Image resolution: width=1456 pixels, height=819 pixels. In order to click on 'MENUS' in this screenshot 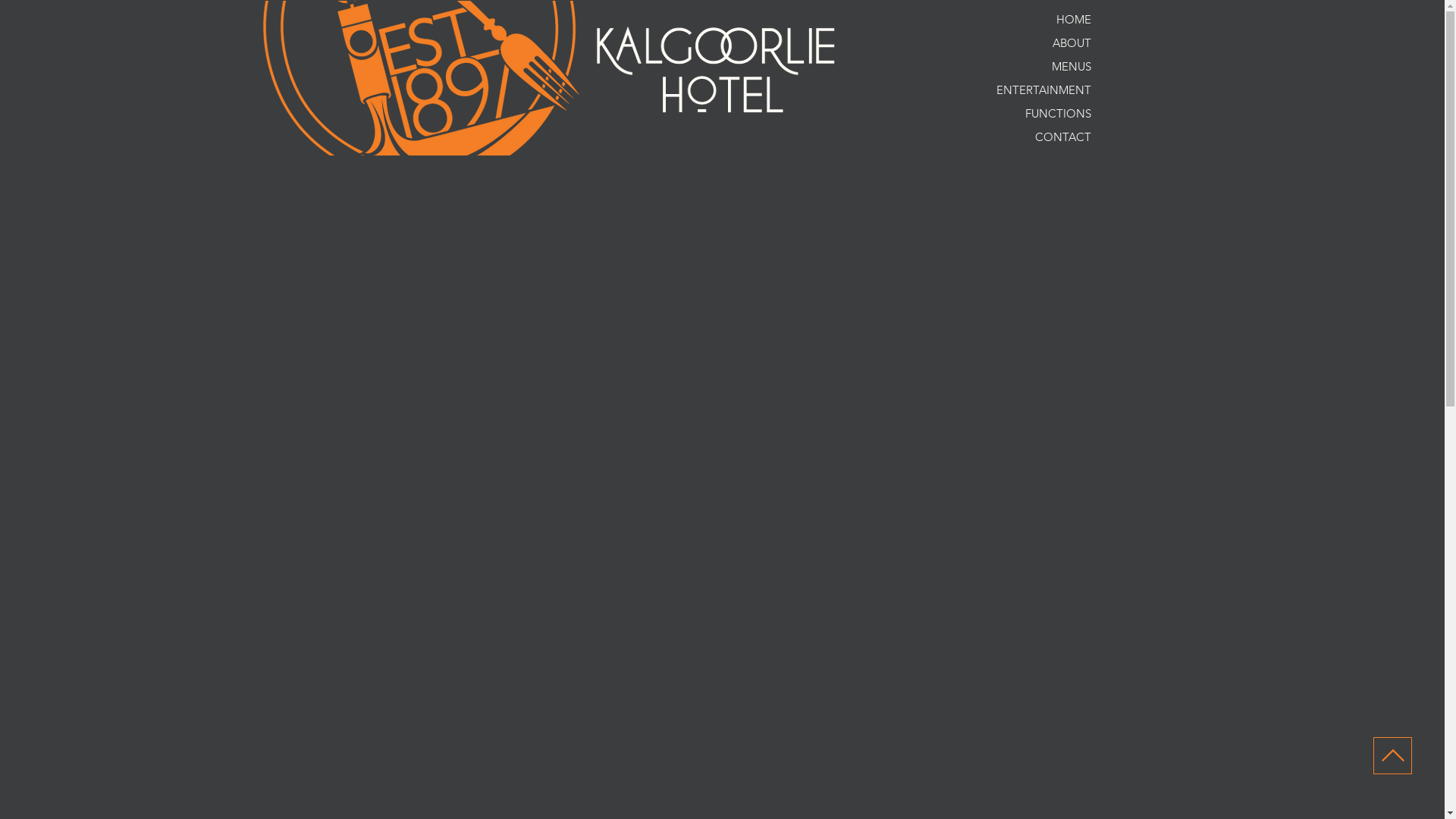, I will do `click(1026, 65)`.